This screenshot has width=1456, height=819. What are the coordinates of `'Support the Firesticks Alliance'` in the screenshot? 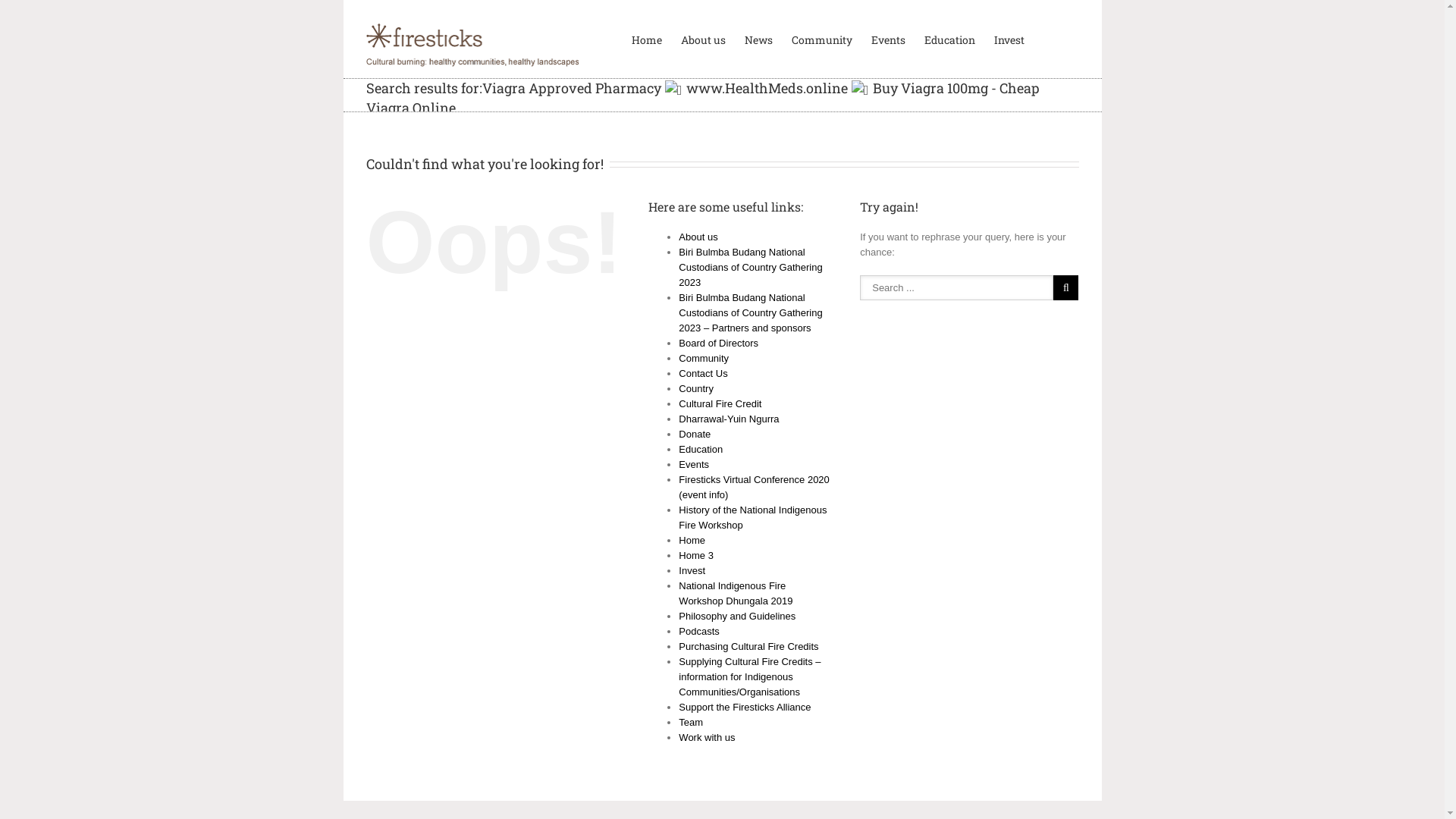 It's located at (745, 707).